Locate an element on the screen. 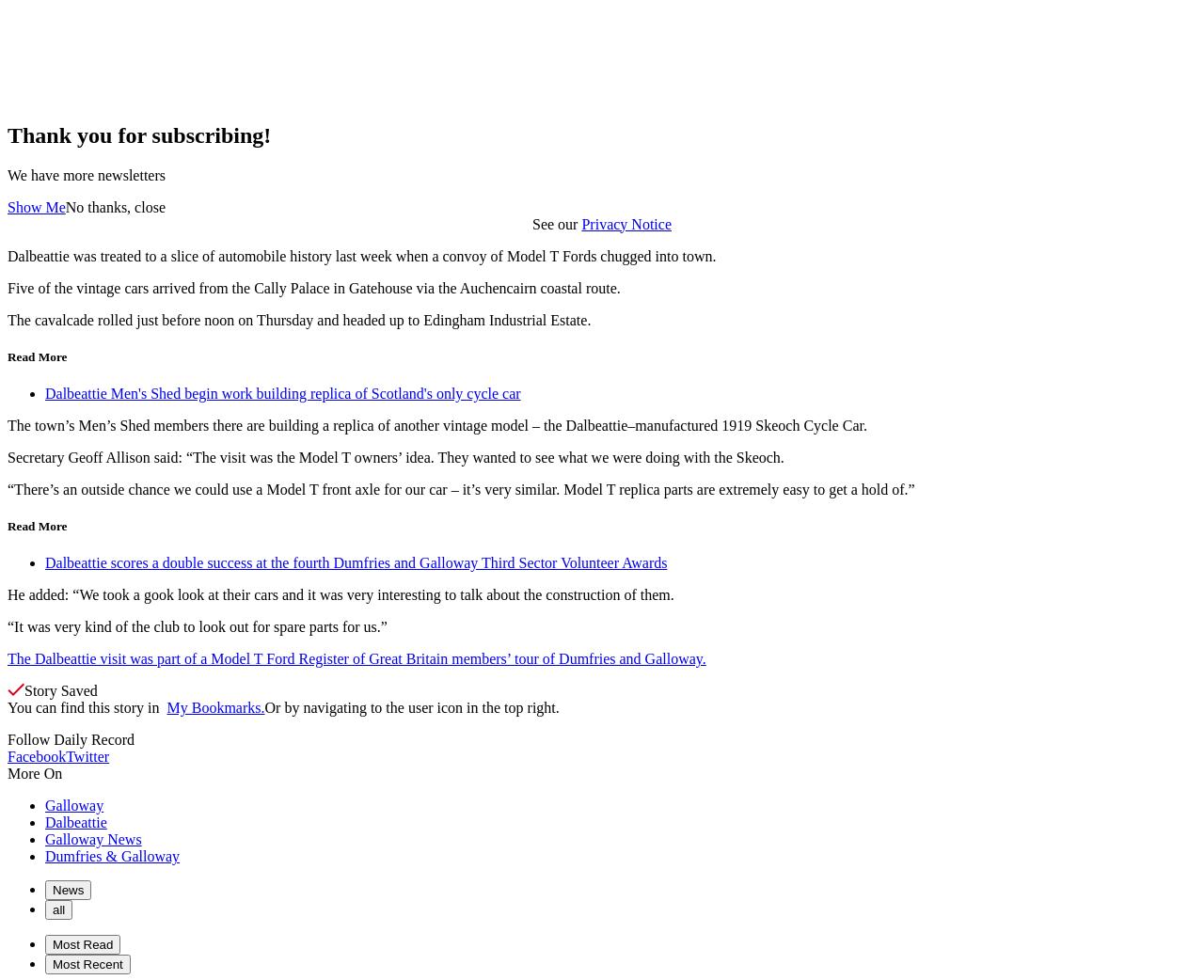  '“There’s an outside chance we could use a Model T front axle for our car – it’s very similar. Model T replica parts are extremely easy to get a hold of.”' is located at coordinates (460, 488).